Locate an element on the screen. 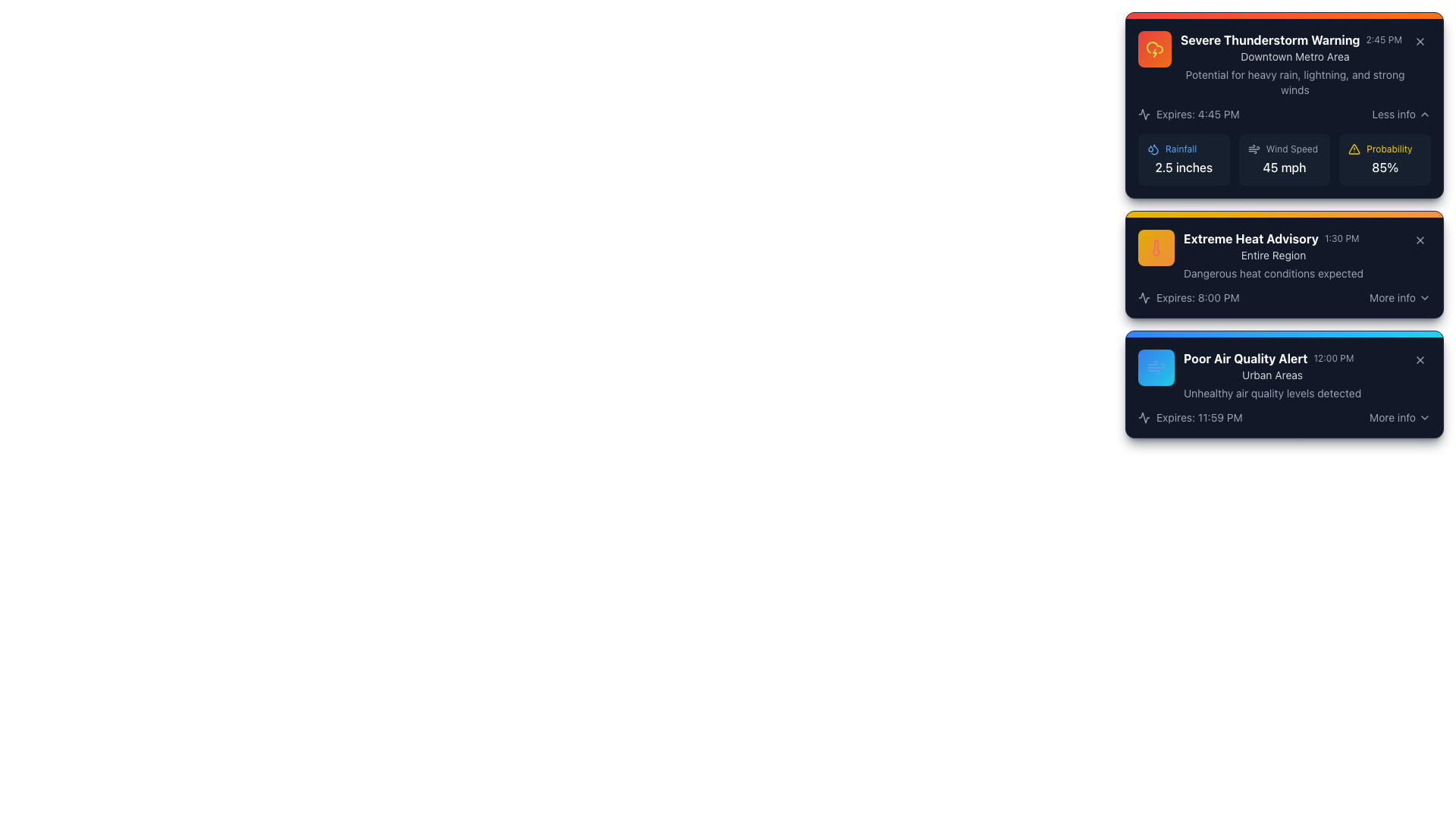 The width and height of the screenshot is (1456, 819). the close button located at the top-right corner of the 'Poor Air Quality Alert' notification card is located at coordinates (1419, 359).